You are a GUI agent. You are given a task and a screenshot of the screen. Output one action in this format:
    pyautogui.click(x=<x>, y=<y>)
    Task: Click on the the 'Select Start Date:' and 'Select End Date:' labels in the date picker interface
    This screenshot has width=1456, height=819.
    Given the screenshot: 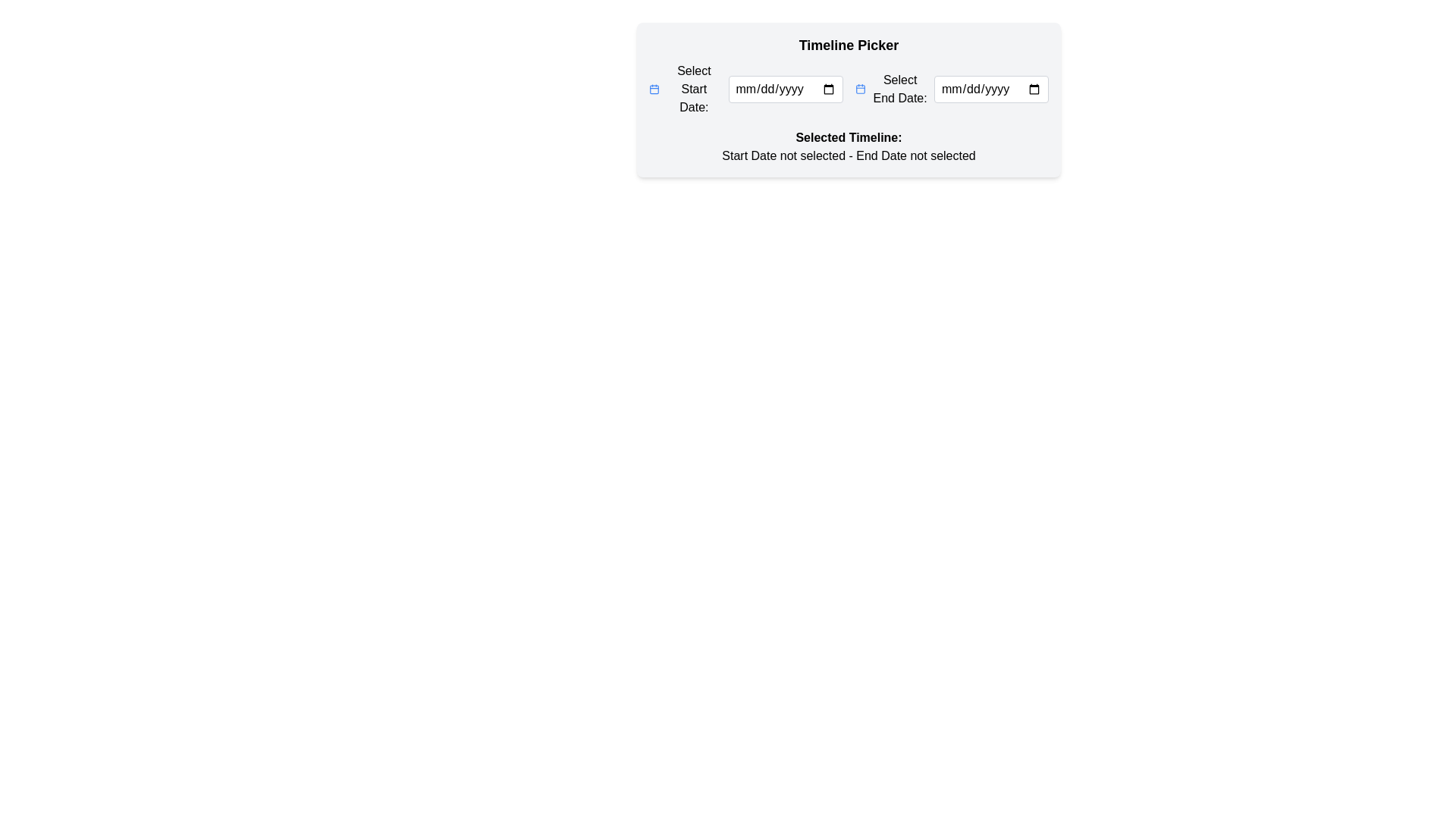 What is the action you would take?
    pyautogui.click(x=848, y=89)
    